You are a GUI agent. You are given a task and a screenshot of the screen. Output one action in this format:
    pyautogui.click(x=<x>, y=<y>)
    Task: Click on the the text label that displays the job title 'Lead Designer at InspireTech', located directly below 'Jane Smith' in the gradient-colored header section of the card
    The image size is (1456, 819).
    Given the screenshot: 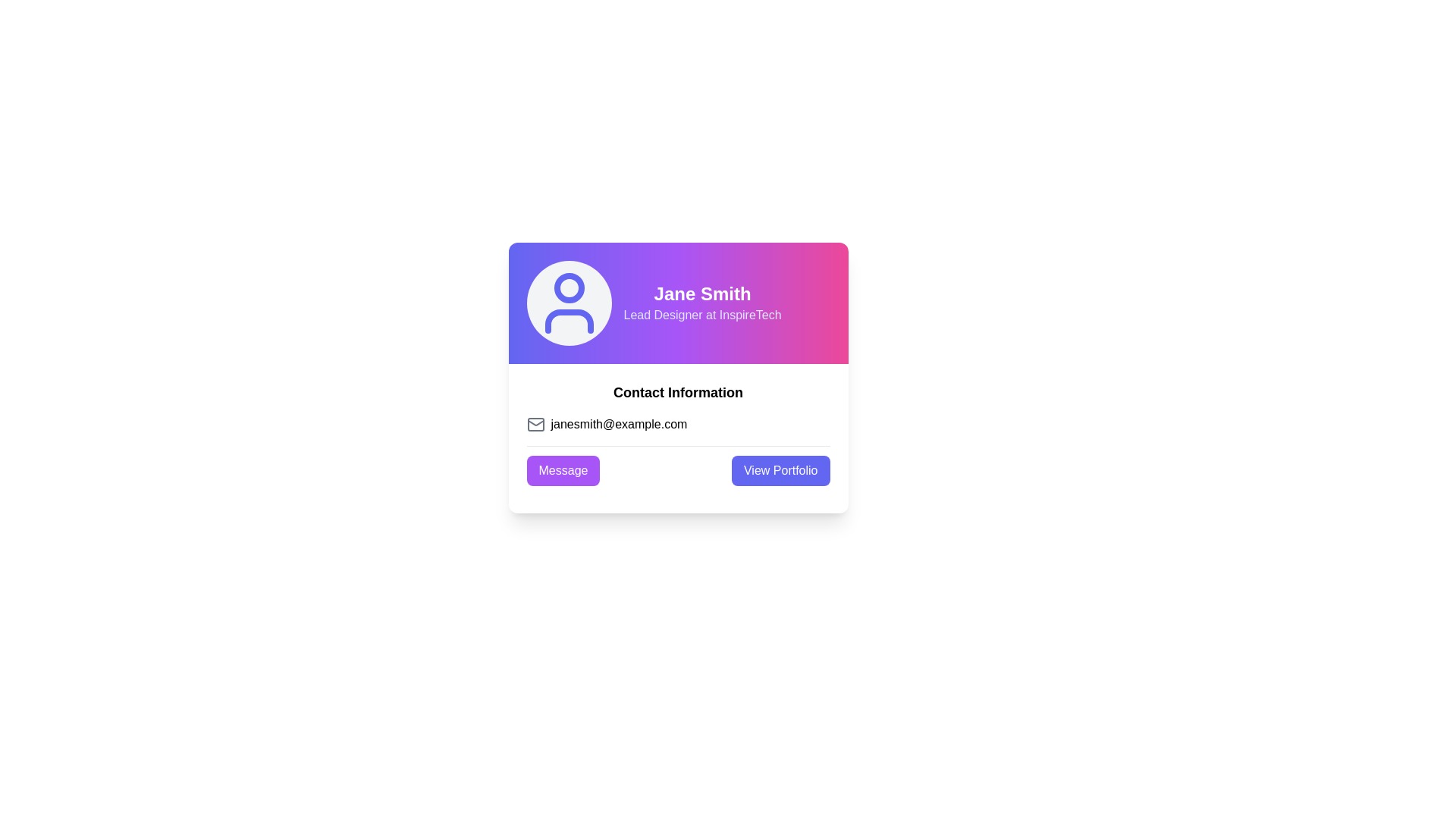 What is the action you would take?
    pyautogui.click(x=701, y=315)
    